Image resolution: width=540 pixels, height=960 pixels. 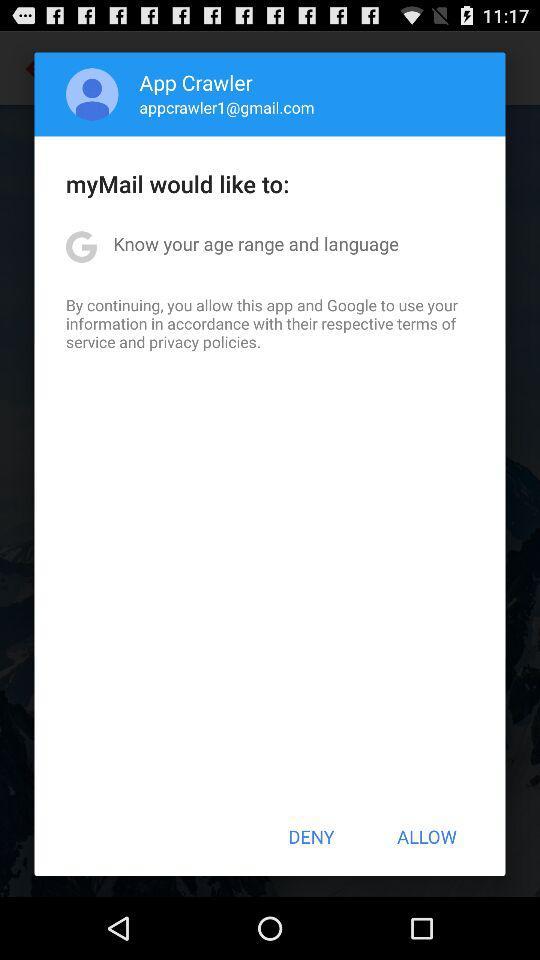 What do you see at coordinates (311, 836) in the screenshot?
I see `deny icon` at bounding box center [311, 836].